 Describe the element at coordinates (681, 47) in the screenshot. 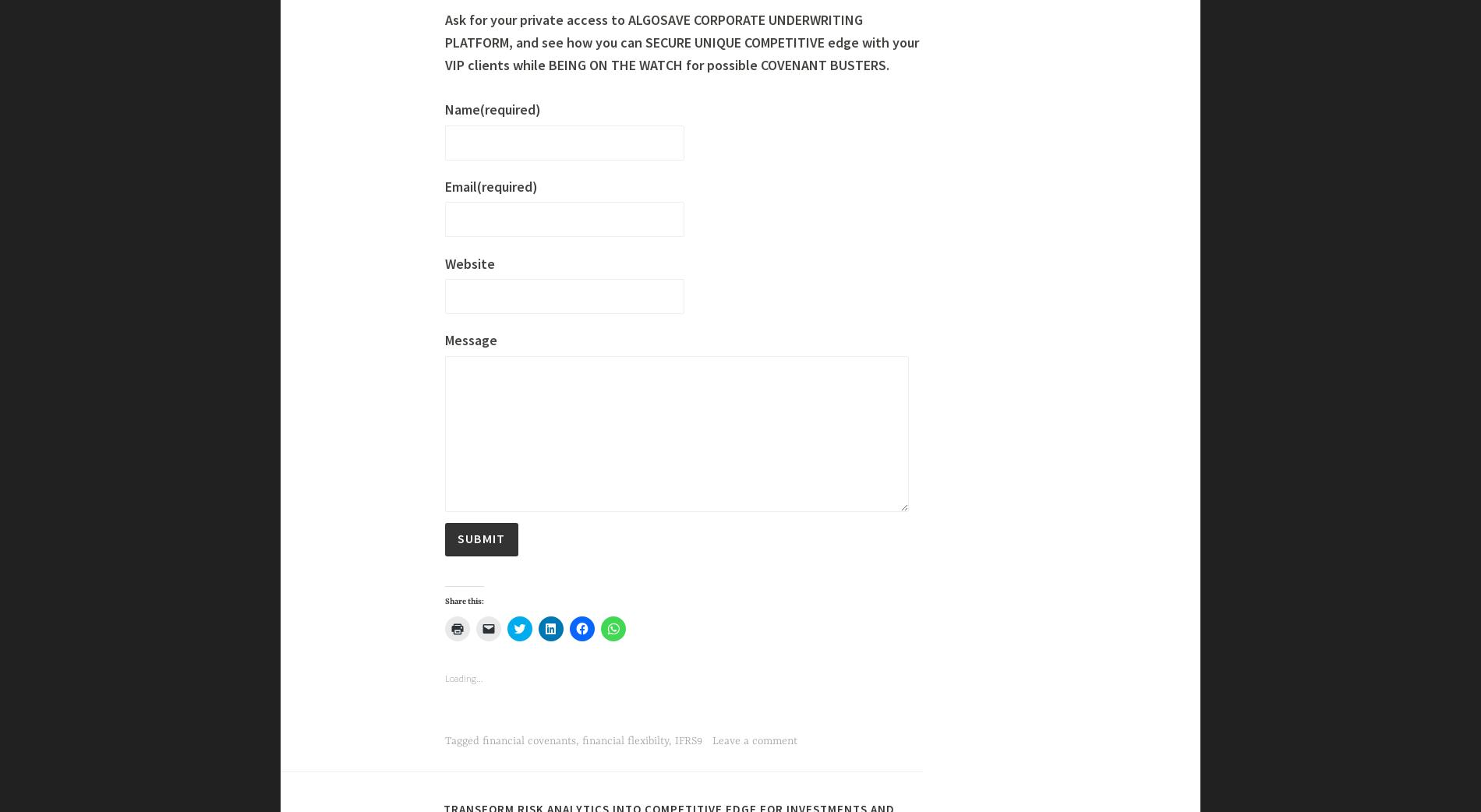

I see `'Beside gaining a competitive edge, knowing the probability of breaching covenant becomes critical to the P&L of IFRS-reporting Financial Institutions.'` at that location.